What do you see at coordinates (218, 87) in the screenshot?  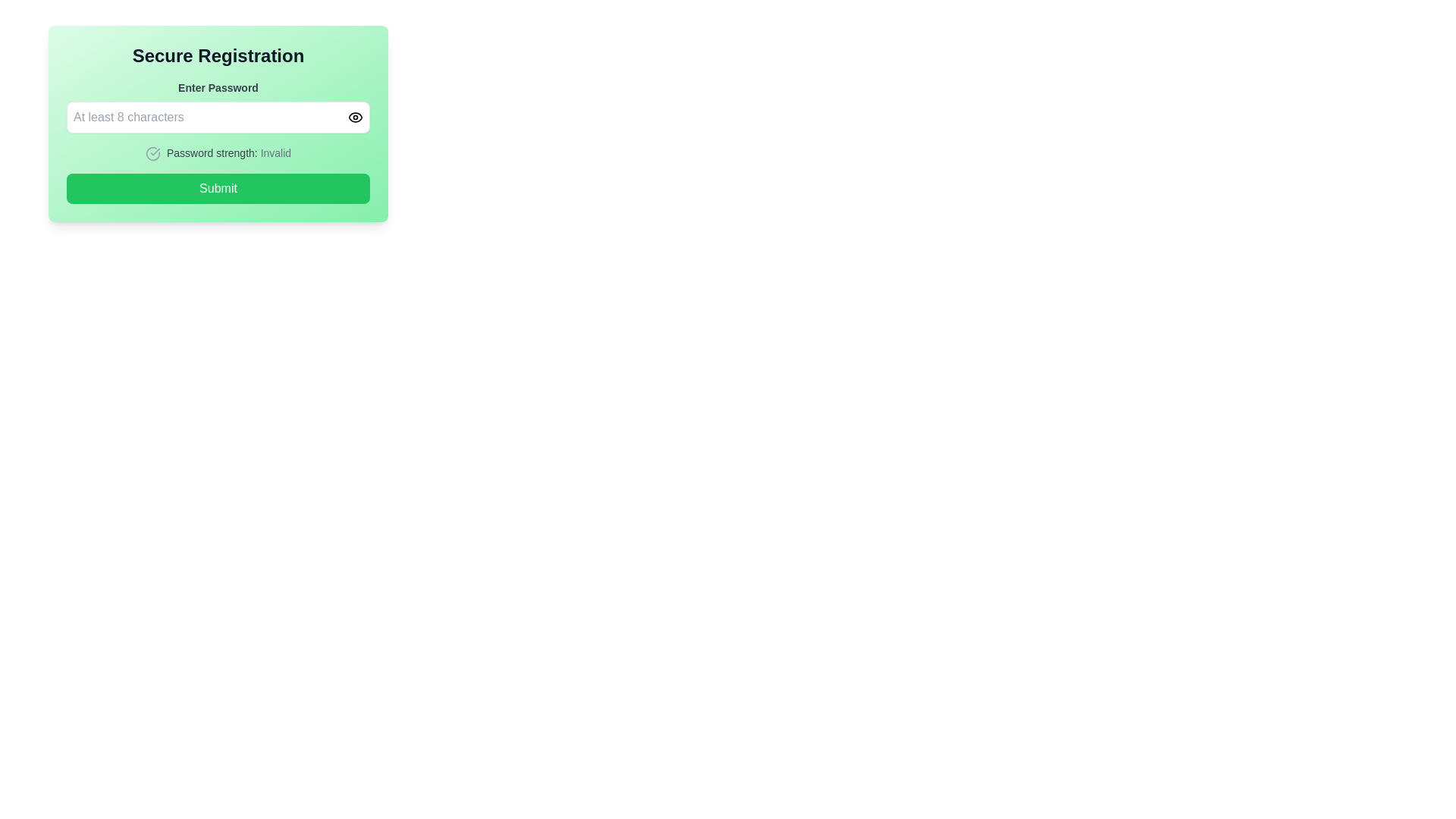 I see `the 'Enter Password' text label, which is styled in bold gray on a green background and serves as a label for the password input field below it` at bounding box center [218, 87].